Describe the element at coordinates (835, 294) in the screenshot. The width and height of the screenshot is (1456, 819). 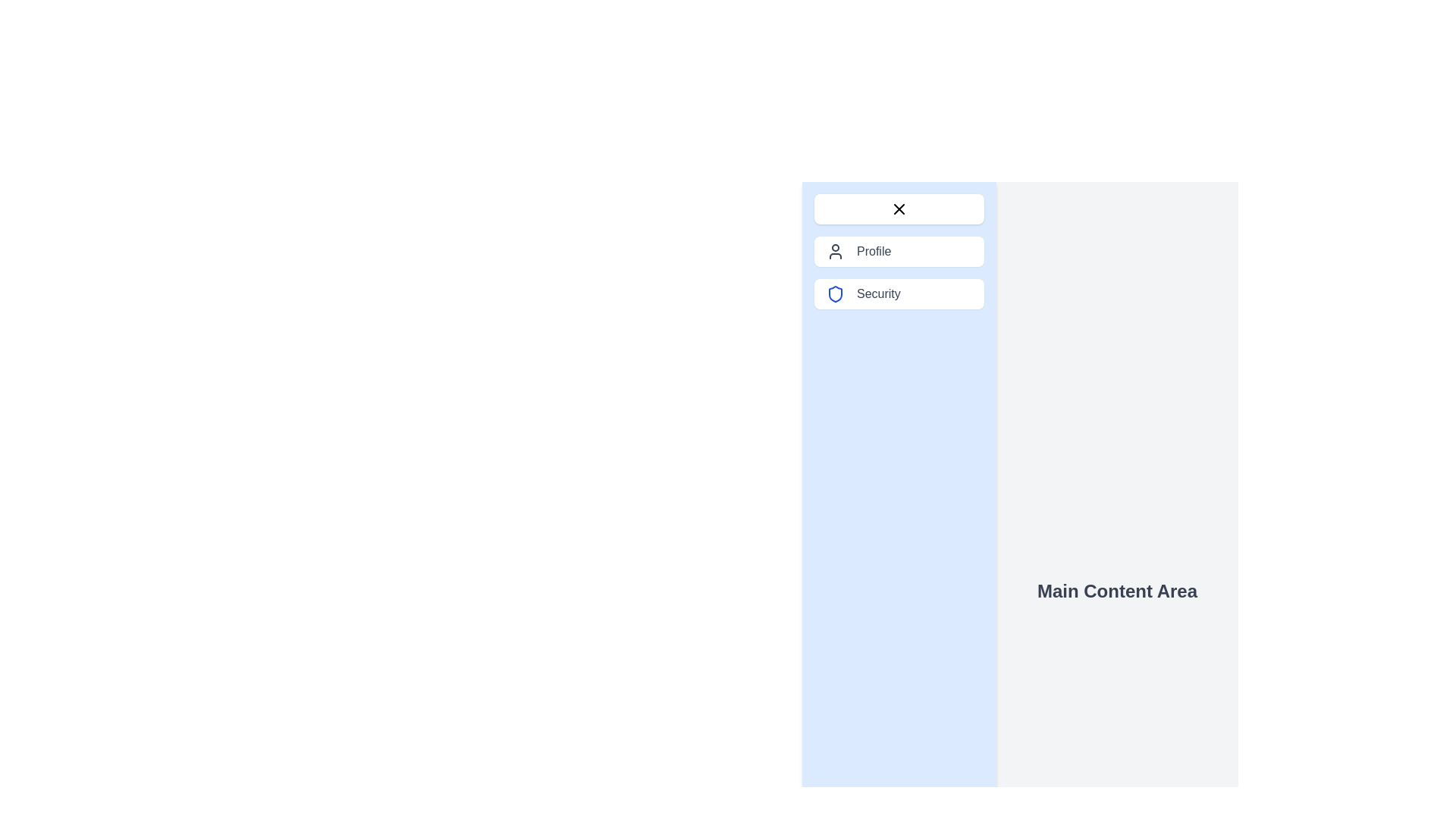
I see `the security icon located in the third row of the vertical list in the sidebar menu, adjacent to the 'Security' label` at that location.